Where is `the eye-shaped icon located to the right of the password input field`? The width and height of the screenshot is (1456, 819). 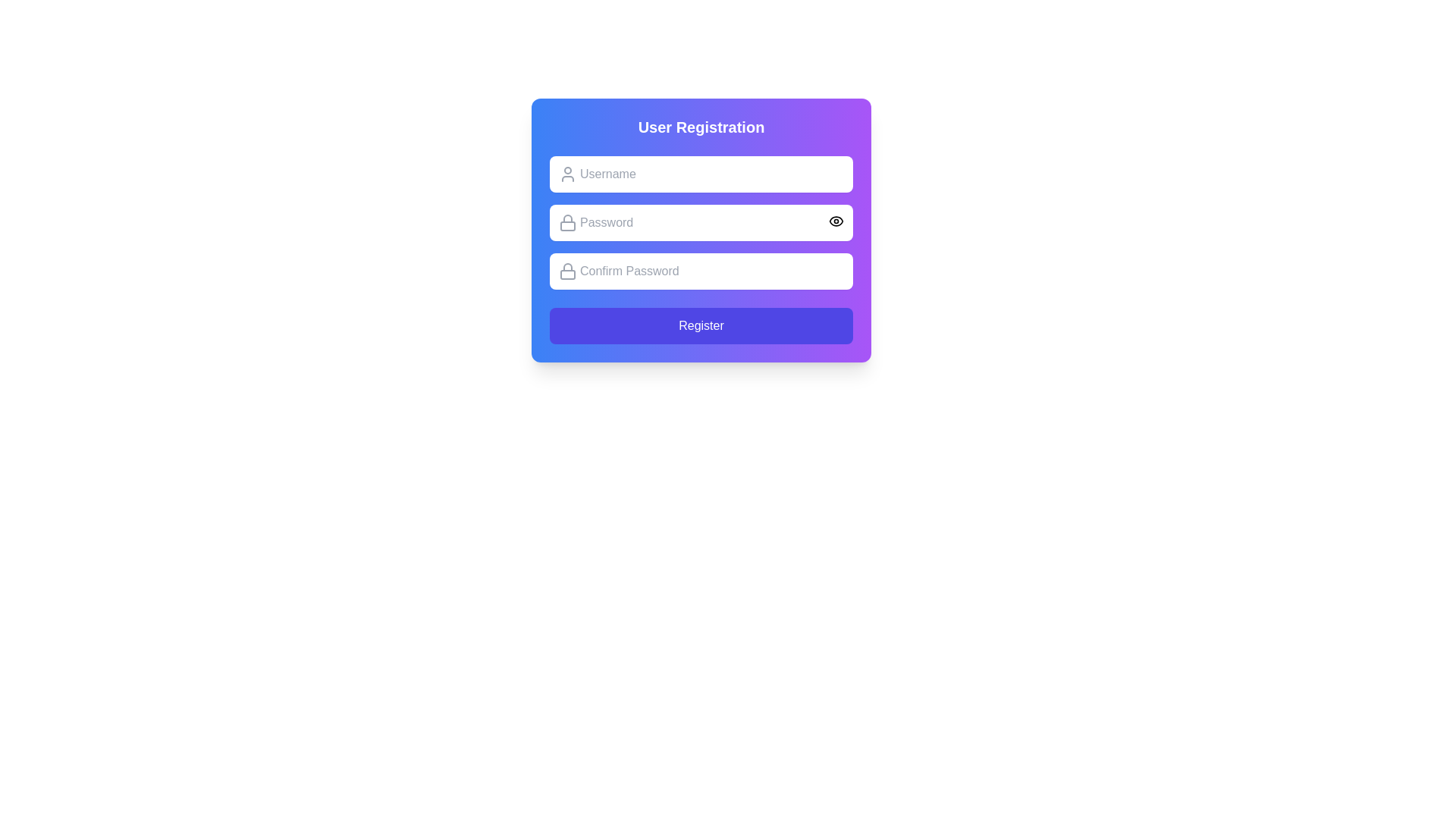 the eye-shaped icon located to the right of the password input field is located at coordinates (836, 221).